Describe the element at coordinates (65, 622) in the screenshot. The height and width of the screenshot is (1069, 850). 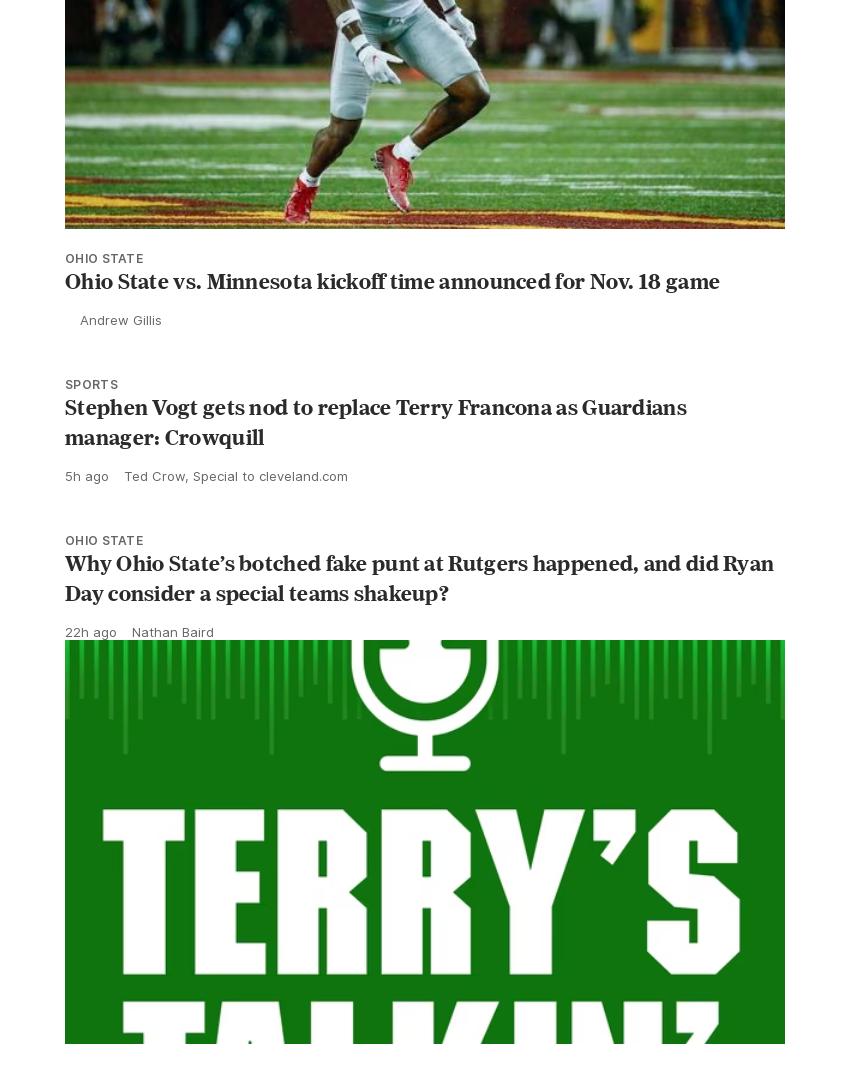
I see `'Why Ohio State’s botched fake punt at Rutgers happened, and did Ryan Day consider a special teams shakeup?'` at that location.